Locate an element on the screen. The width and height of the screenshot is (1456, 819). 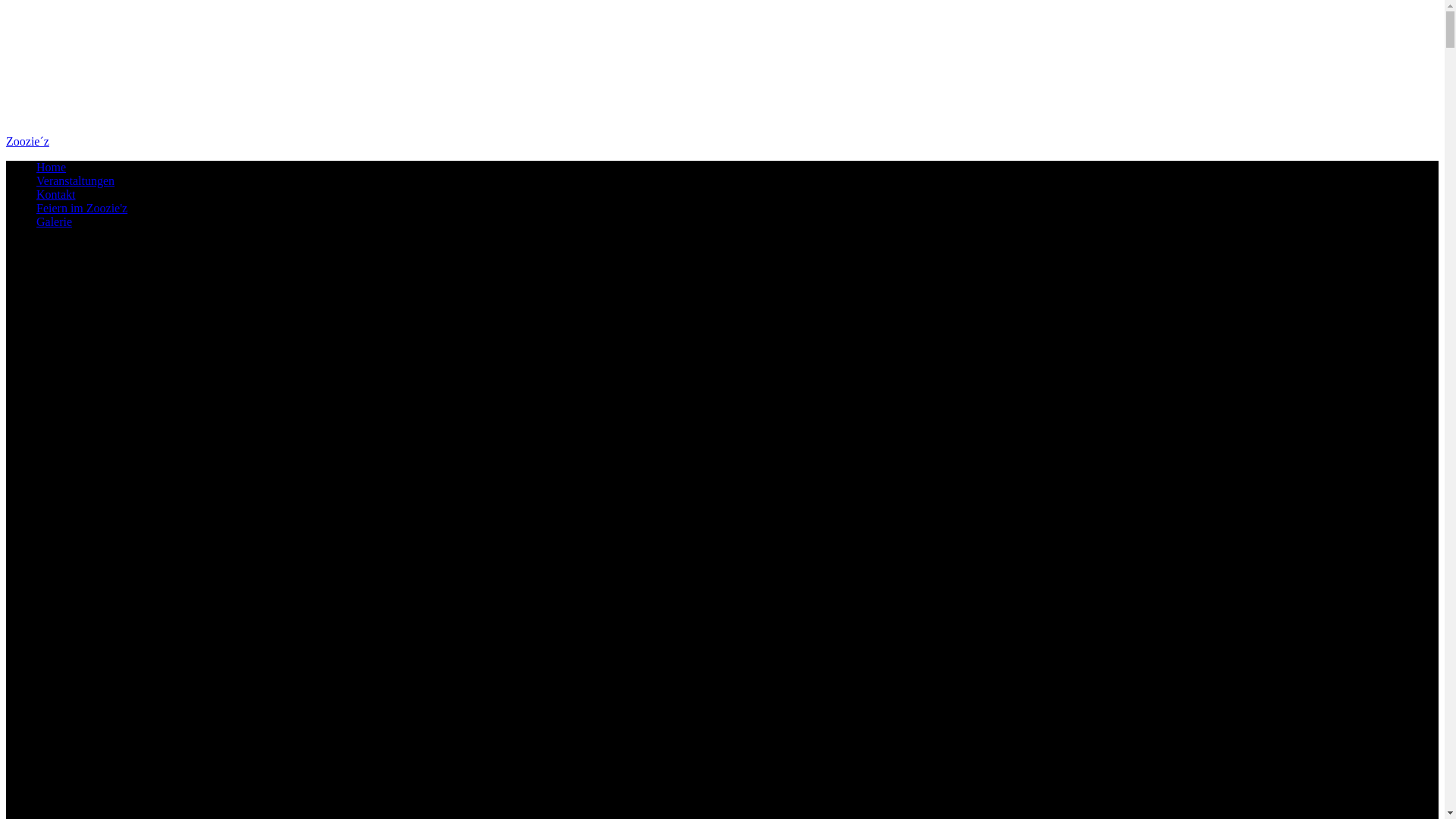
'Feiern im Zoozie'z' is located at coordinates (80, 208).